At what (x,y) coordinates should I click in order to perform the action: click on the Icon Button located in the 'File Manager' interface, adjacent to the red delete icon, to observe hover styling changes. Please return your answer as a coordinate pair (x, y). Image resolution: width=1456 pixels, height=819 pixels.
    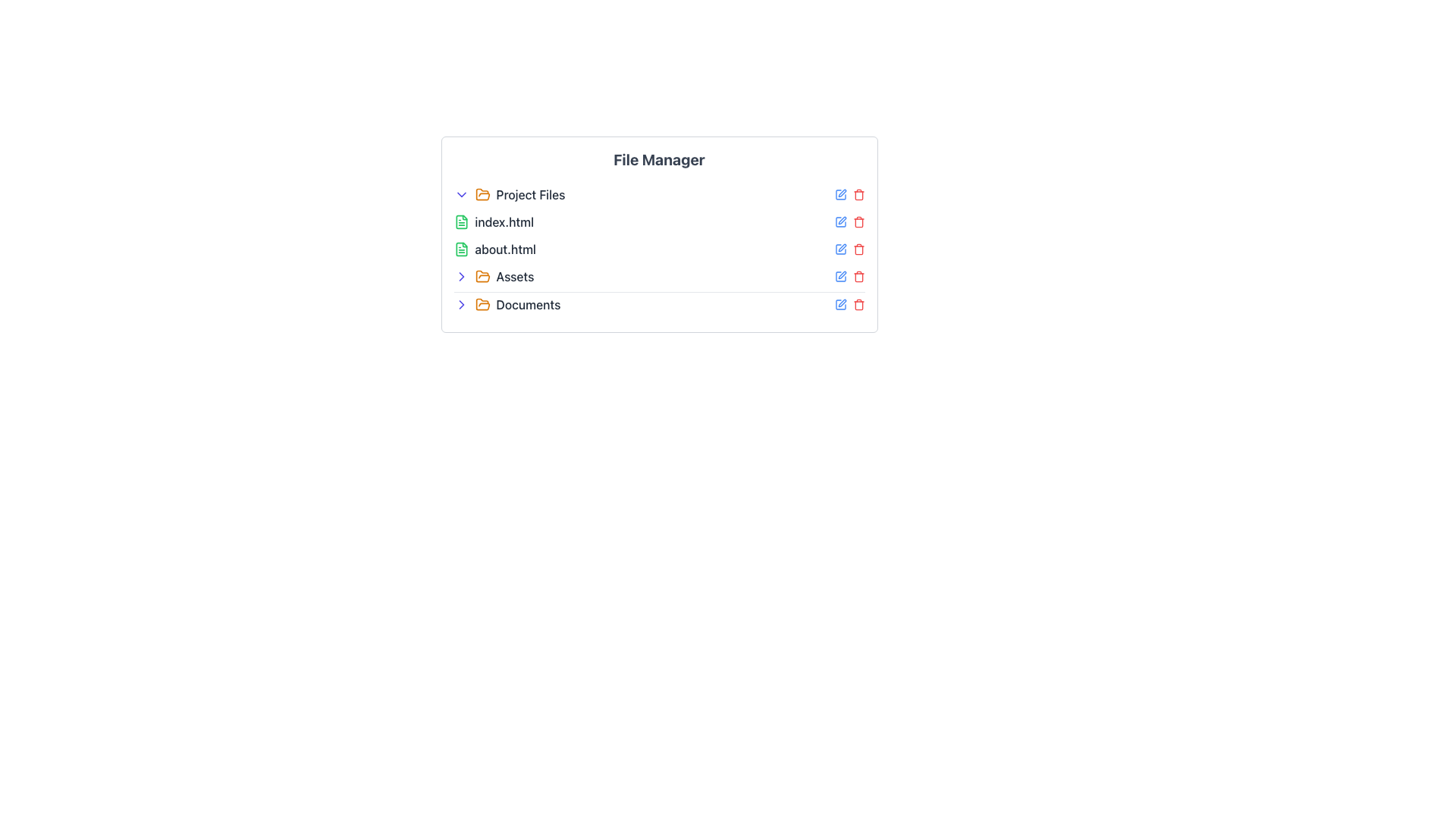
    Looking at the image, I should click on (839, 194).